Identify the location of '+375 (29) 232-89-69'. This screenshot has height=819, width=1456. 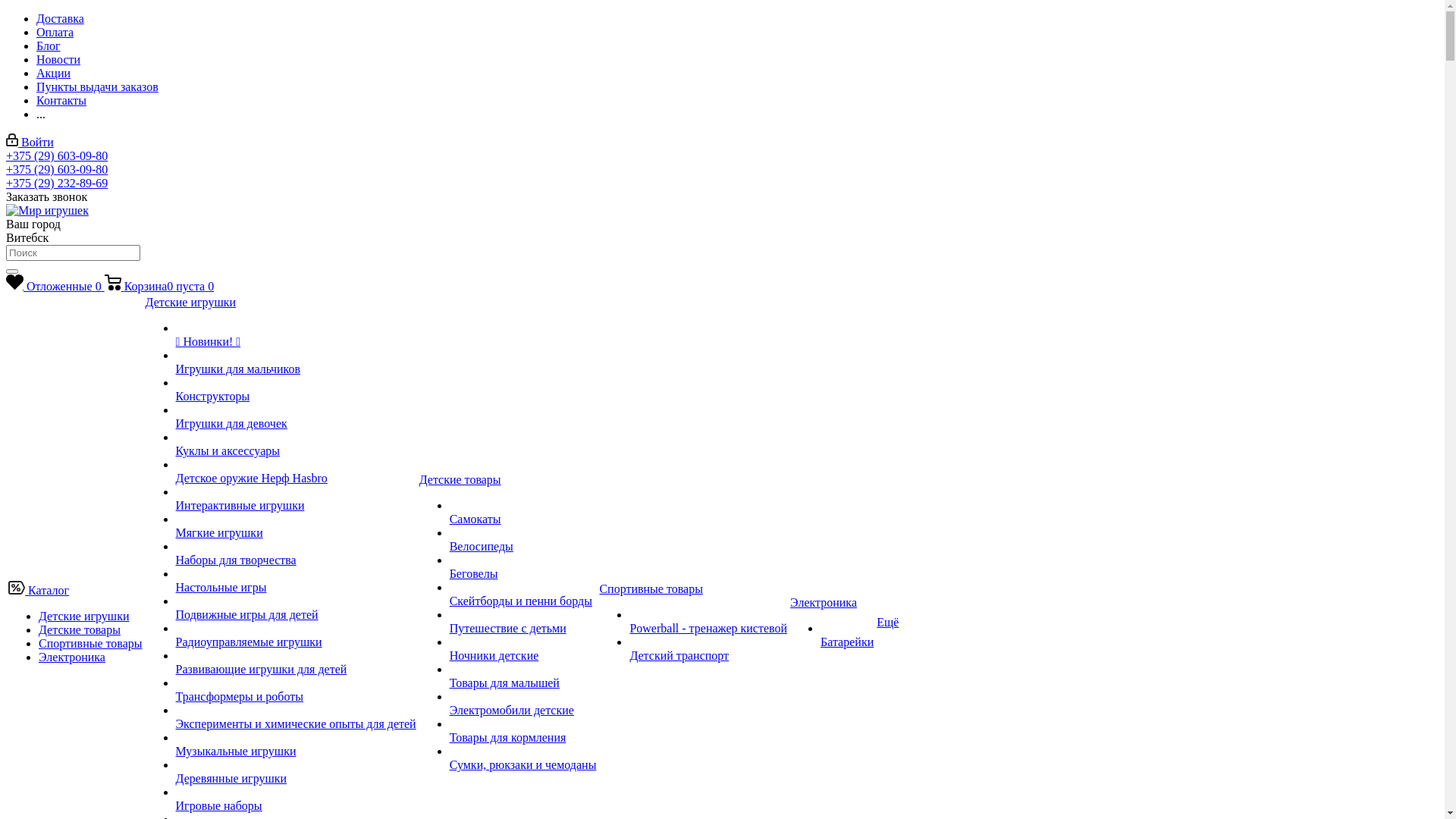
(57, 182).